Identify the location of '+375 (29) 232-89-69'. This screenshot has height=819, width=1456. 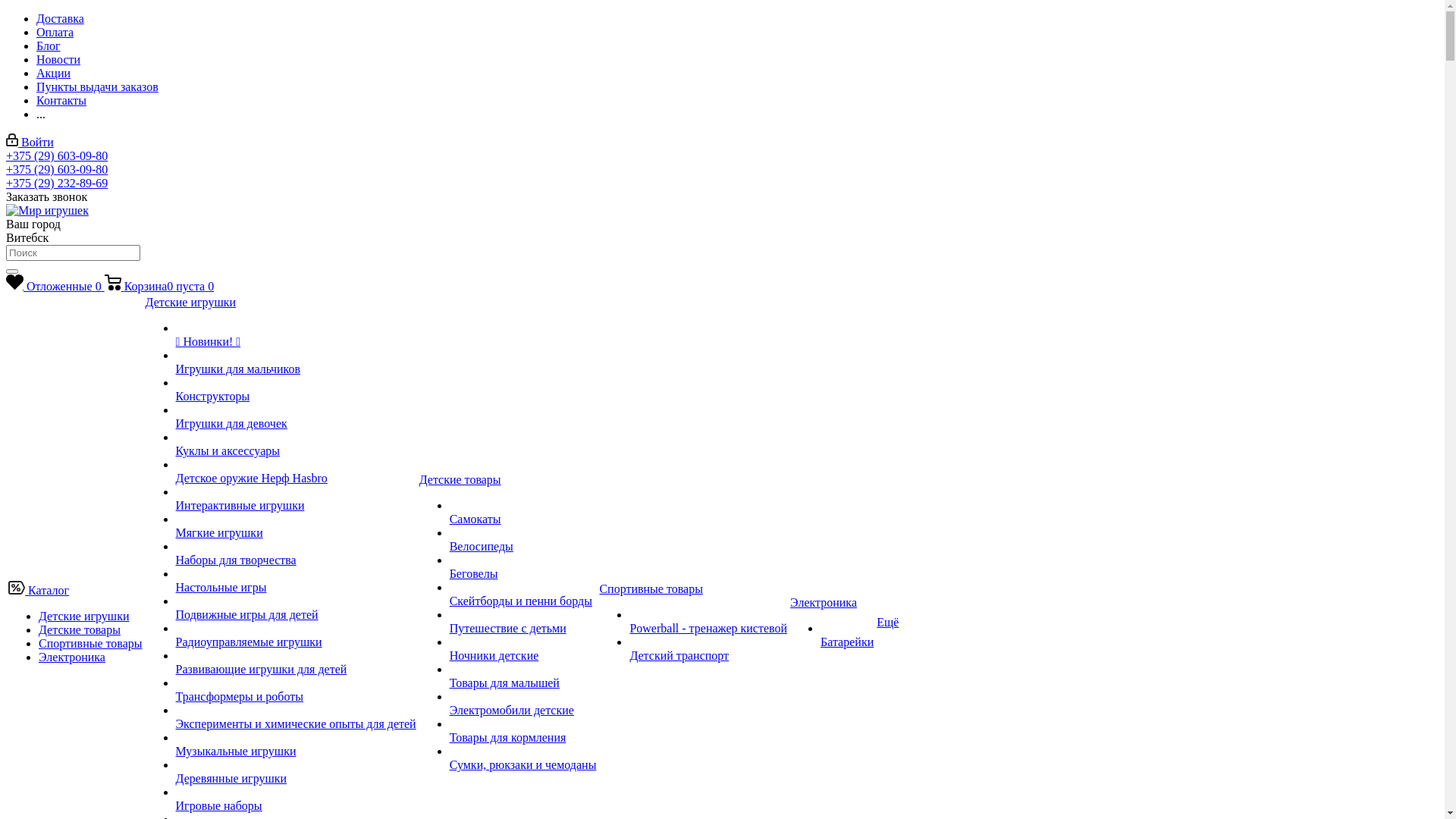
(57, 182).